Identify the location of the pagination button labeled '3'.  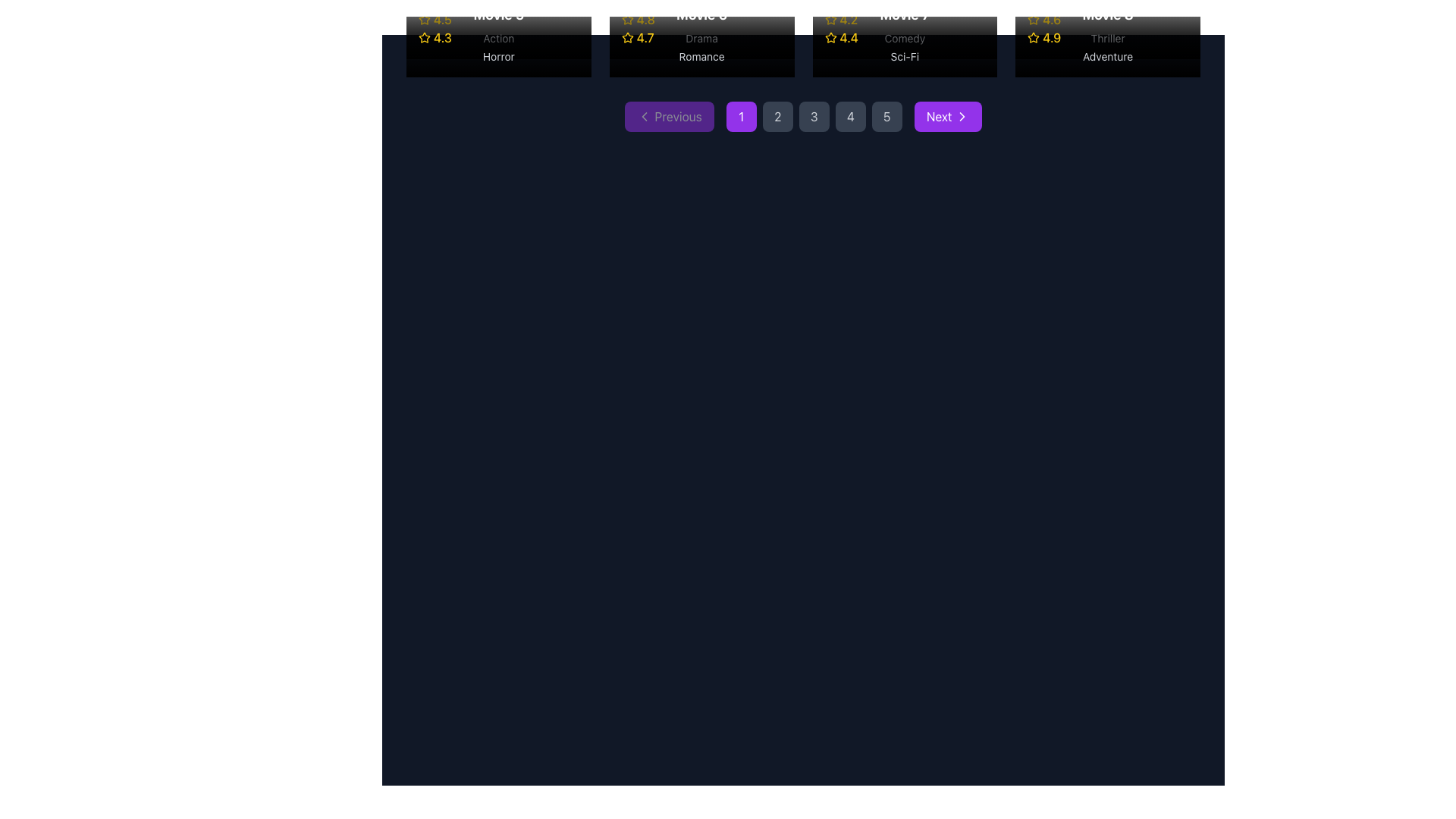
(813, 116).